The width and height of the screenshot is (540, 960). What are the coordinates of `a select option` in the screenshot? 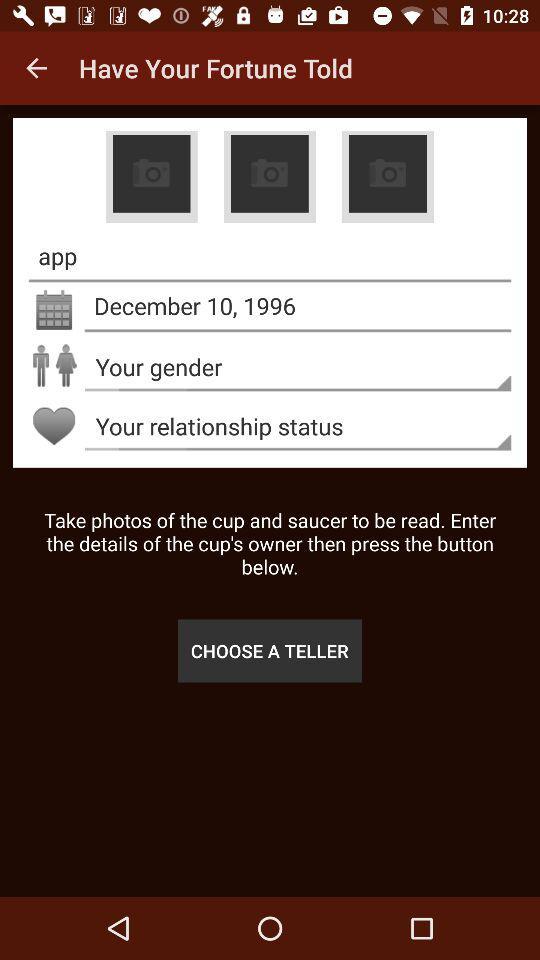 It's located at (269, 176).